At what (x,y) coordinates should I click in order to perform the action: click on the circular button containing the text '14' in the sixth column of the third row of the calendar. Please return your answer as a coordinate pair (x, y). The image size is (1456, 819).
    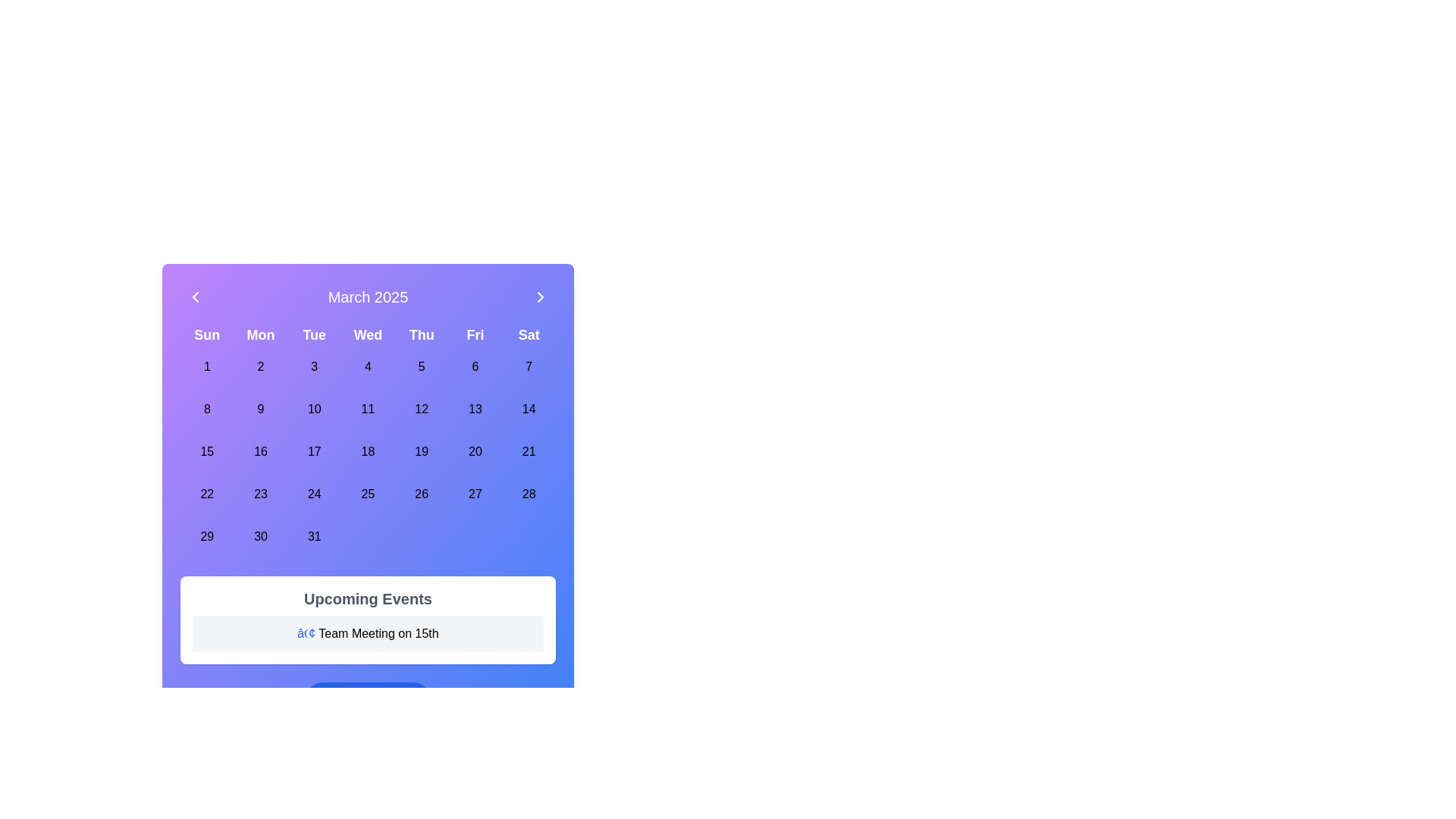
    Looking at the image, I should click on (529, 409).